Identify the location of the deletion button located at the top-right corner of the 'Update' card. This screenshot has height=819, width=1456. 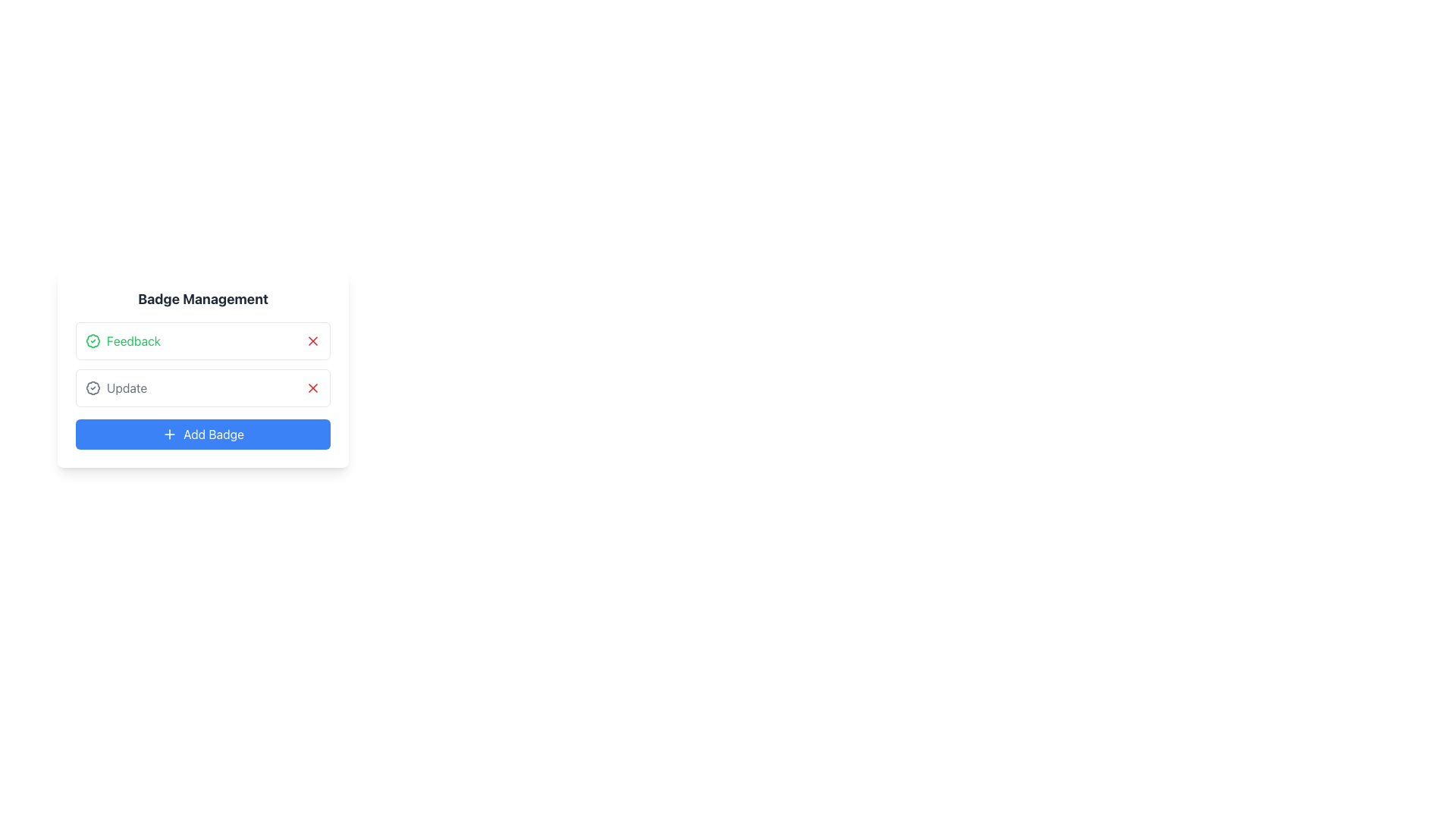
(312, 388).